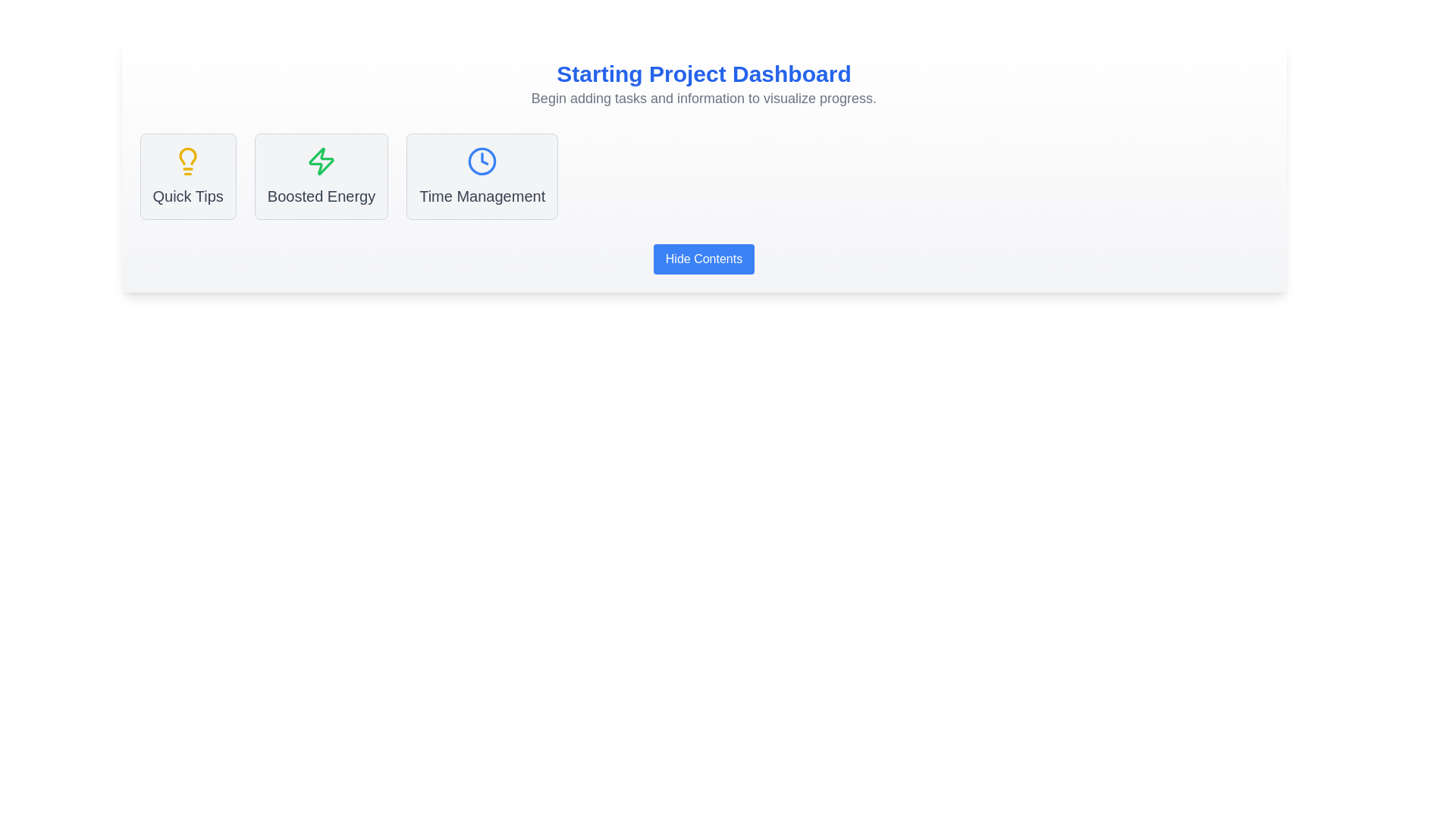 The image size is (1456, 819). Describe the element at coordinates (320, 161) in the screenshot. I see `the green lightning bolt icon located in the second group of feature cards, positioned above the 'Boosted Energy' text` at that location.